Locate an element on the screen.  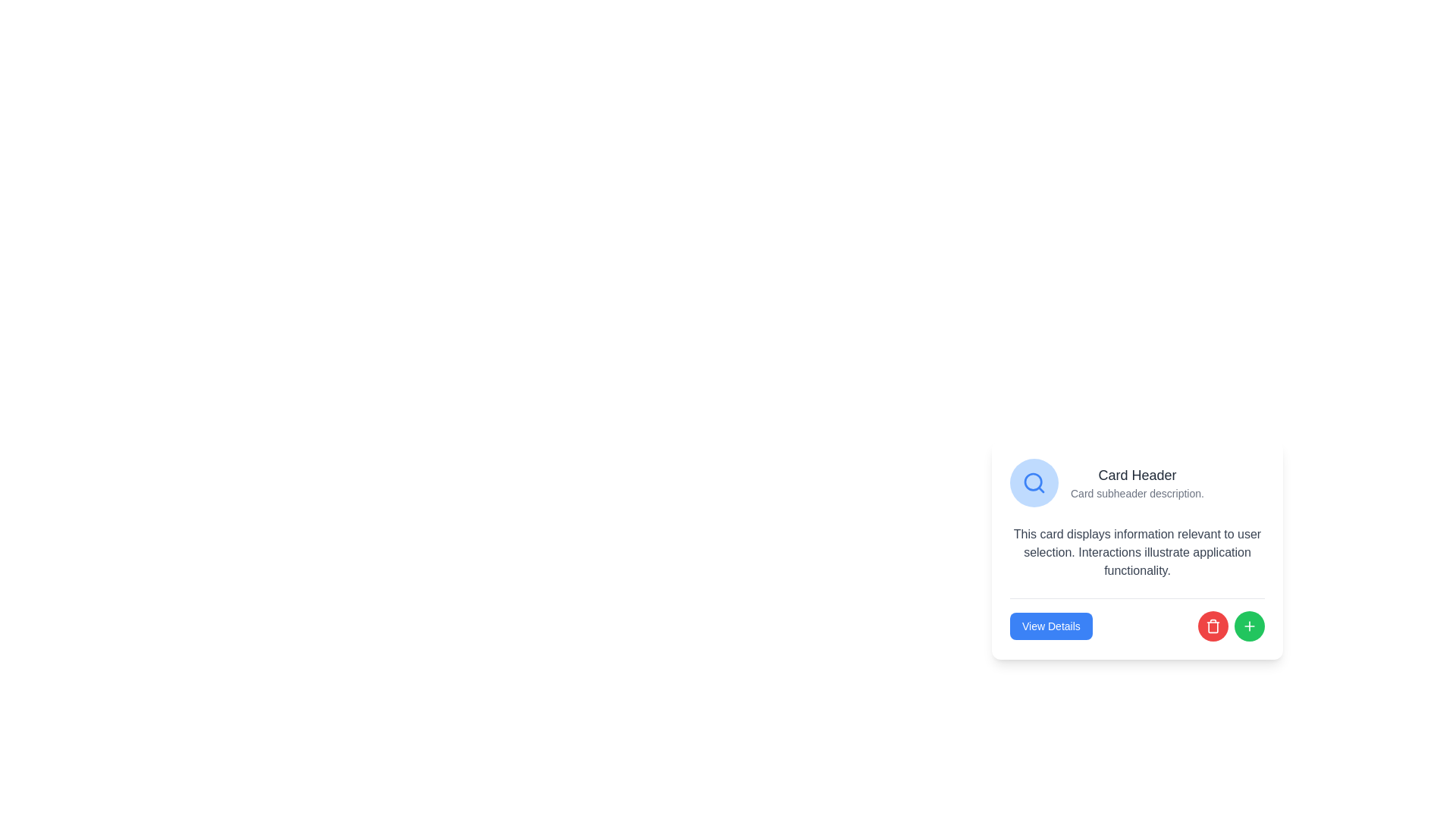
the button located in the bottom-right corner of the card, which is associated with a plus icon to create a new entity or item is located at coordinates (1249, 626).